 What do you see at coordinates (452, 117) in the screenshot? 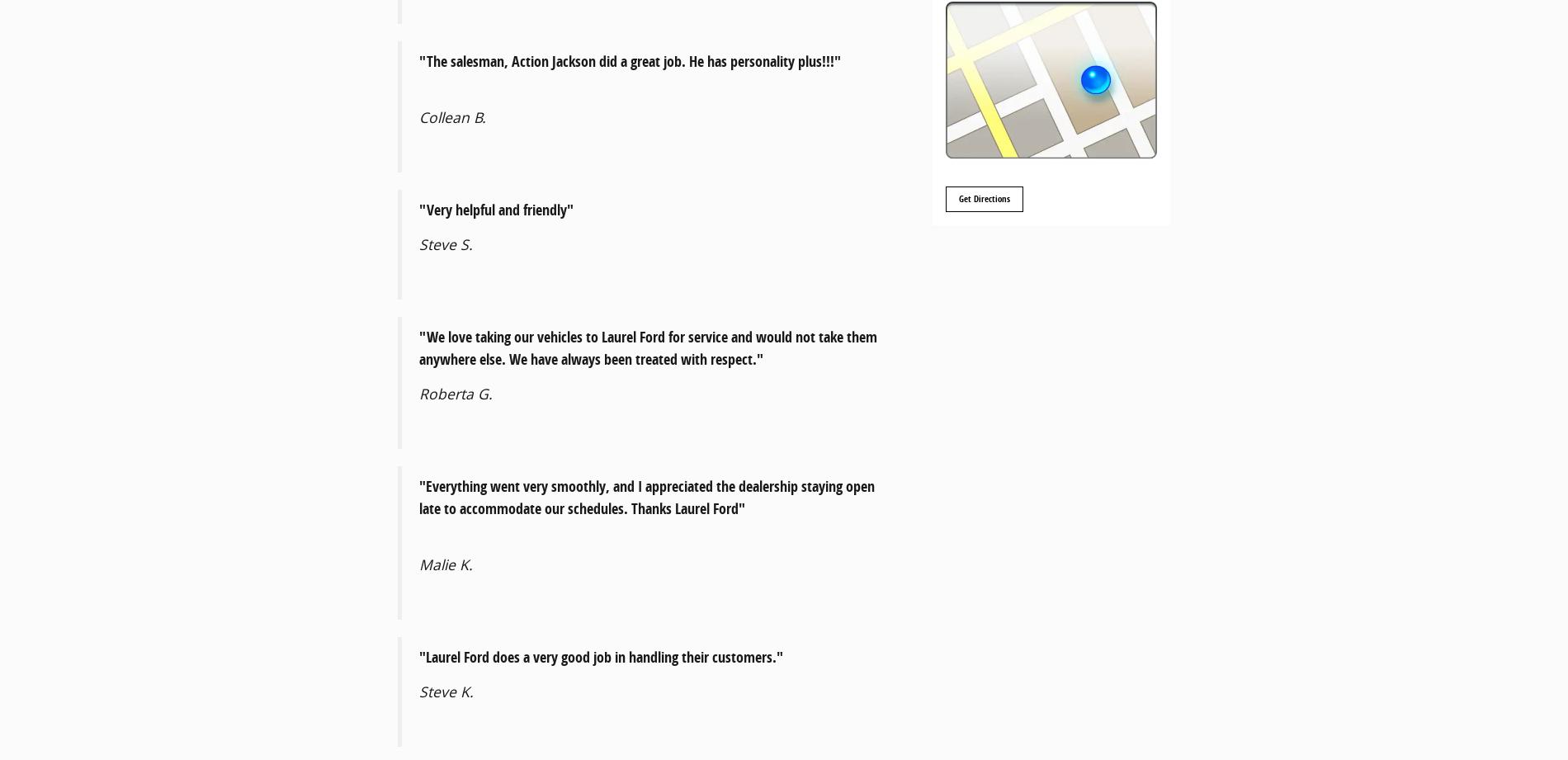
I see `'Collean 
B.'` at bounding box center [452, 117].